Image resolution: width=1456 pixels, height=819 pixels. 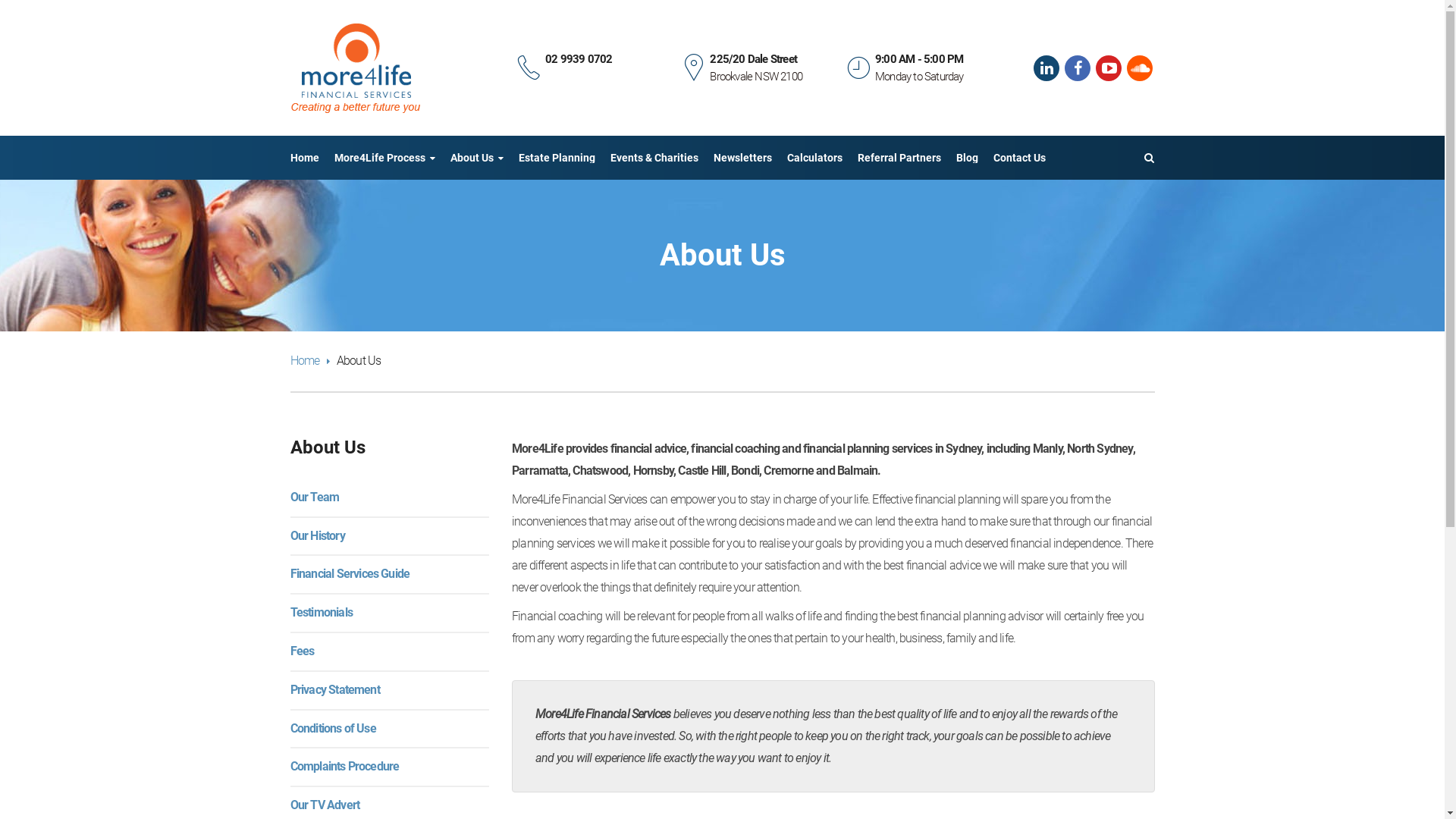 I want to click on 'Complaints Procedure', so click(x=344, y=766).